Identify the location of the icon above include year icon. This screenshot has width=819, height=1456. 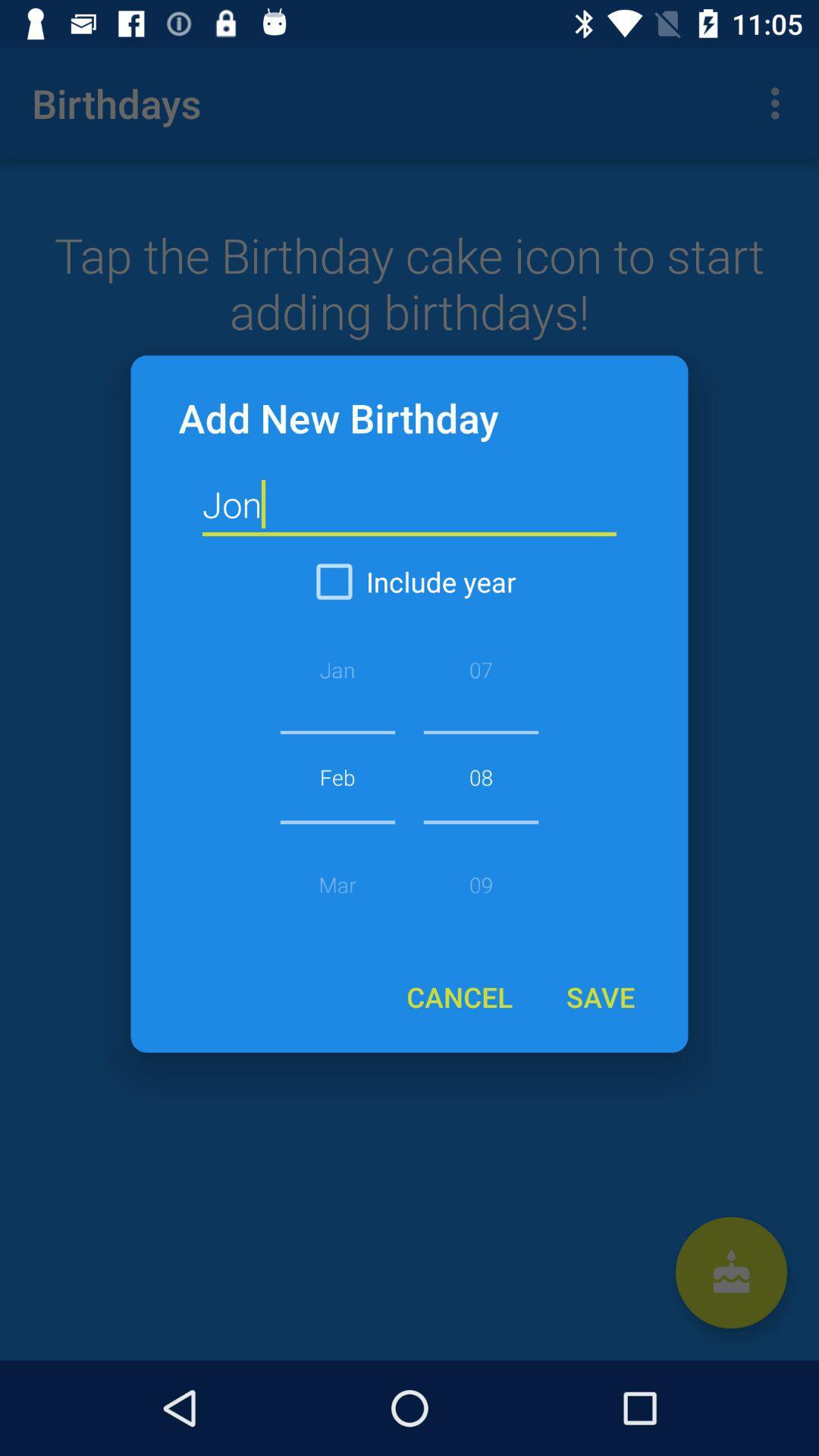
(409, 505).